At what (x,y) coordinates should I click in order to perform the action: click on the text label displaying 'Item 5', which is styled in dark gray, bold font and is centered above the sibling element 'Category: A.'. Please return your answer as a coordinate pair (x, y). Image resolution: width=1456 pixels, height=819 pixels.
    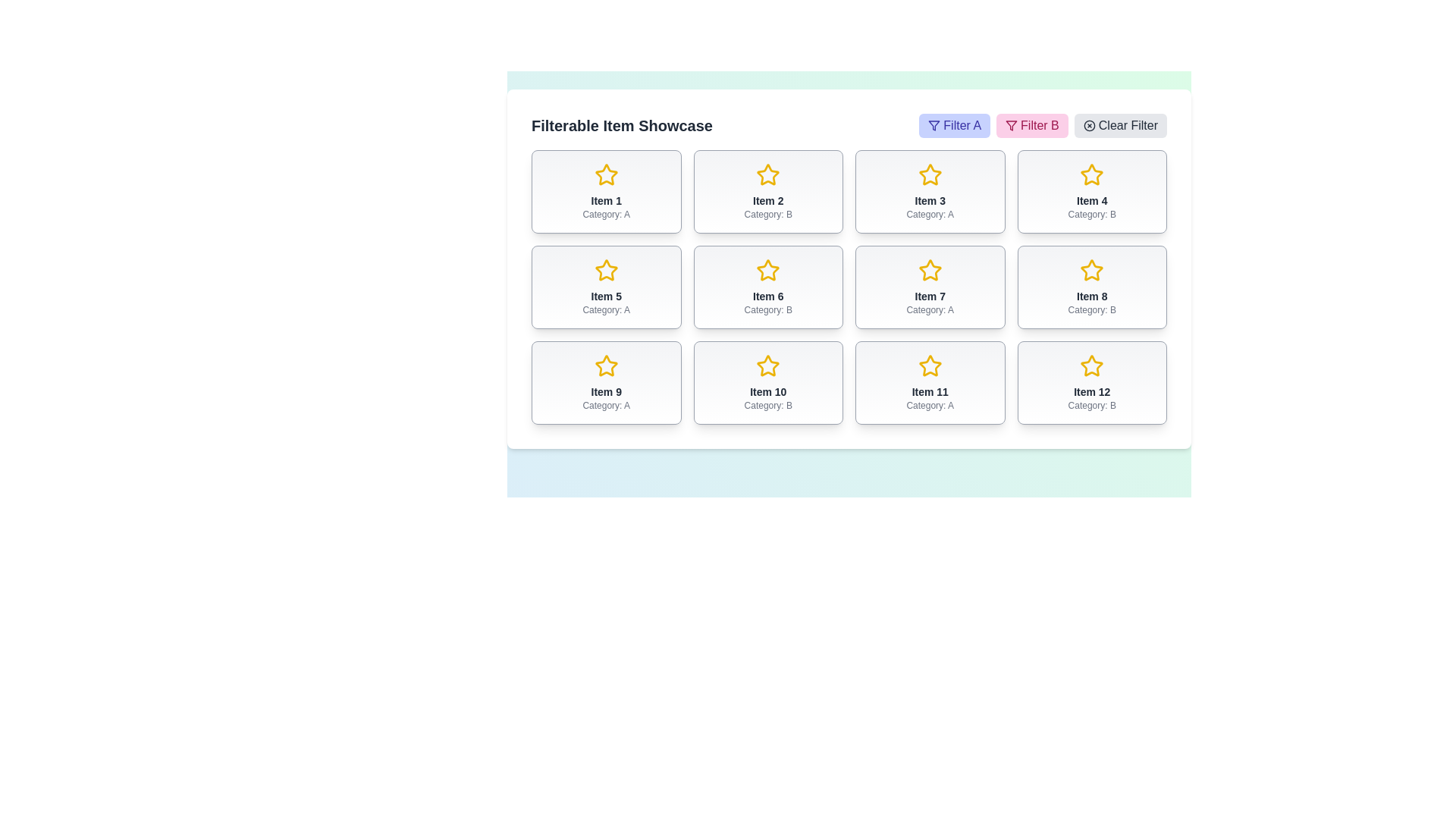
    Looking at the image, I should click on (605, 296).